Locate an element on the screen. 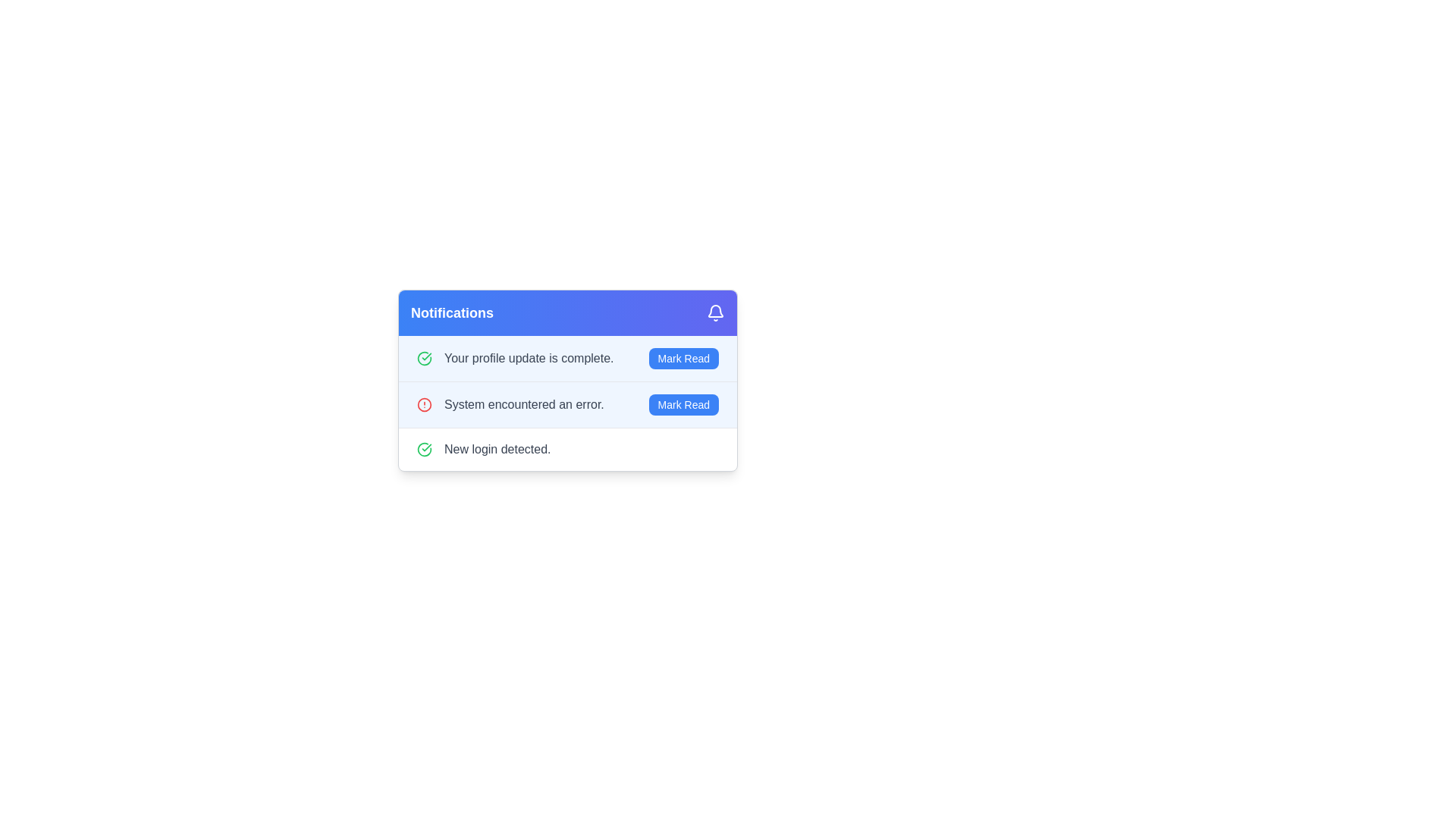 The height and width of the screenshot is (819, 1456). the notification description stating 'System encountered an error' is located at coordinates (566, 403).